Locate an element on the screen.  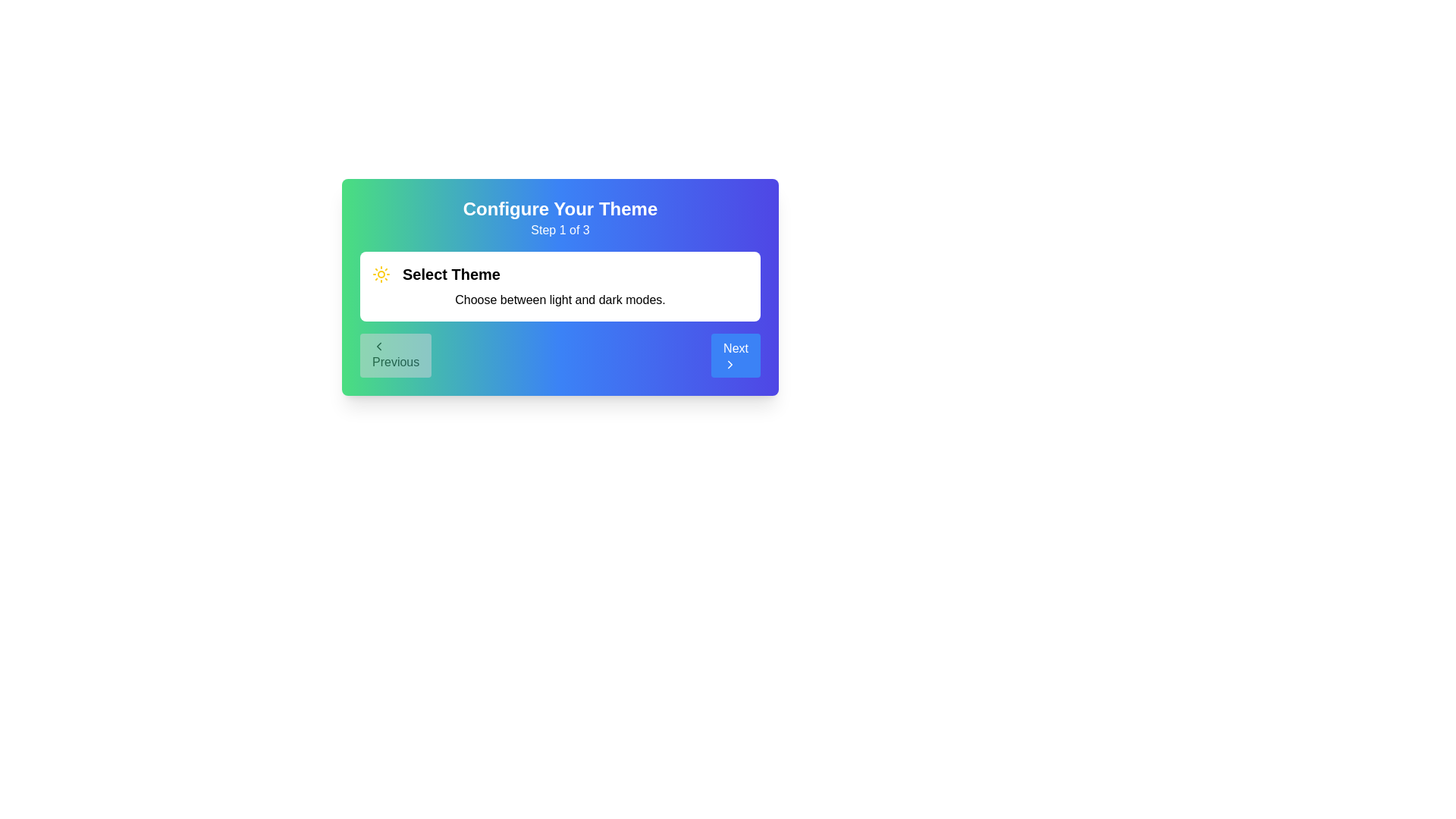
the right-pointing chevron icon located within the 'Next' button is located at coordinates (730, 365).